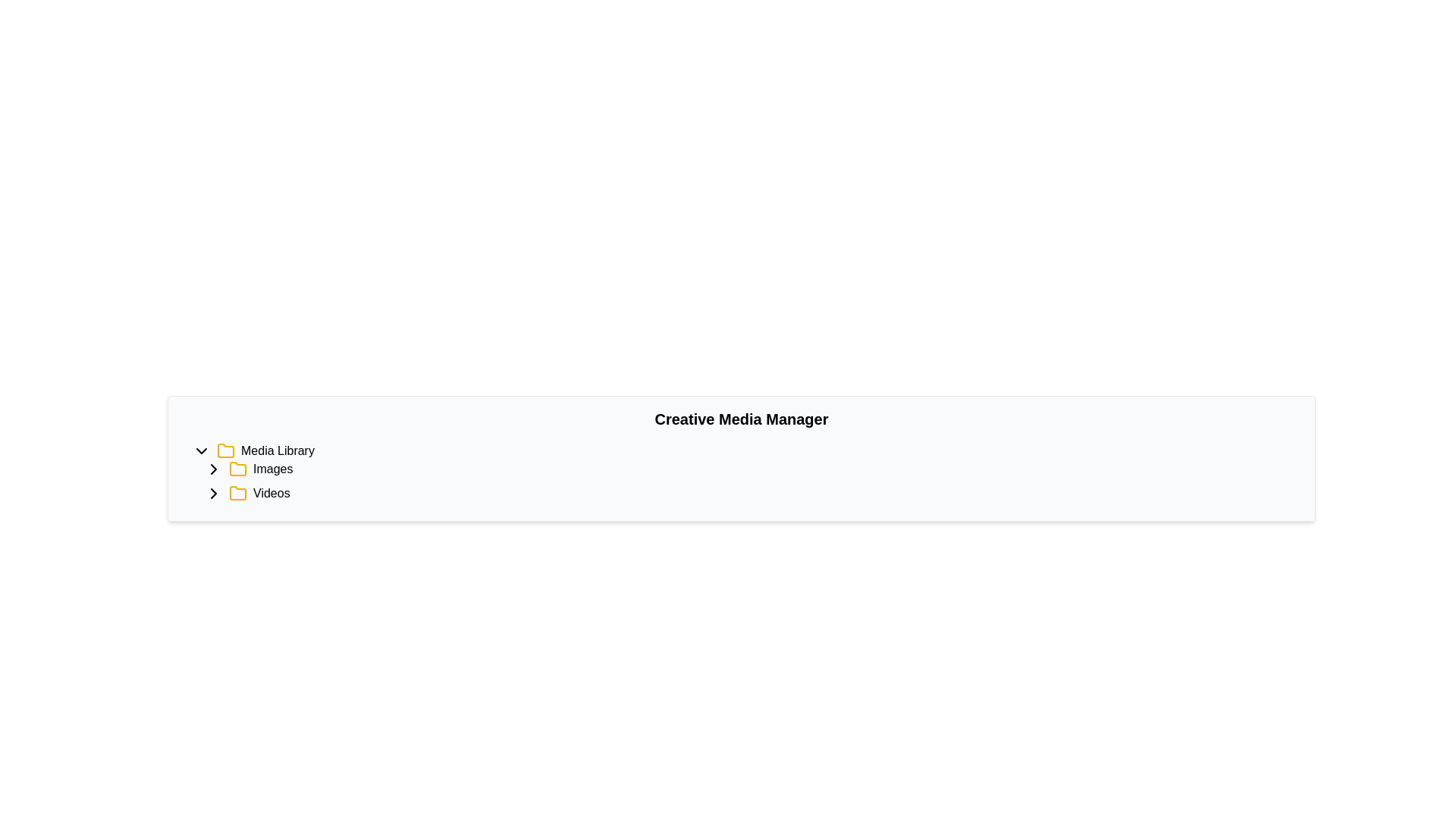 The width and height of the screenshot is (1456, 819). Describe the element at coordinates (224, 450) in the screenshot. I see `the yellow folder icon located to the left of the 'Media Library' text label in the hierarchical navigation panel` at that location.